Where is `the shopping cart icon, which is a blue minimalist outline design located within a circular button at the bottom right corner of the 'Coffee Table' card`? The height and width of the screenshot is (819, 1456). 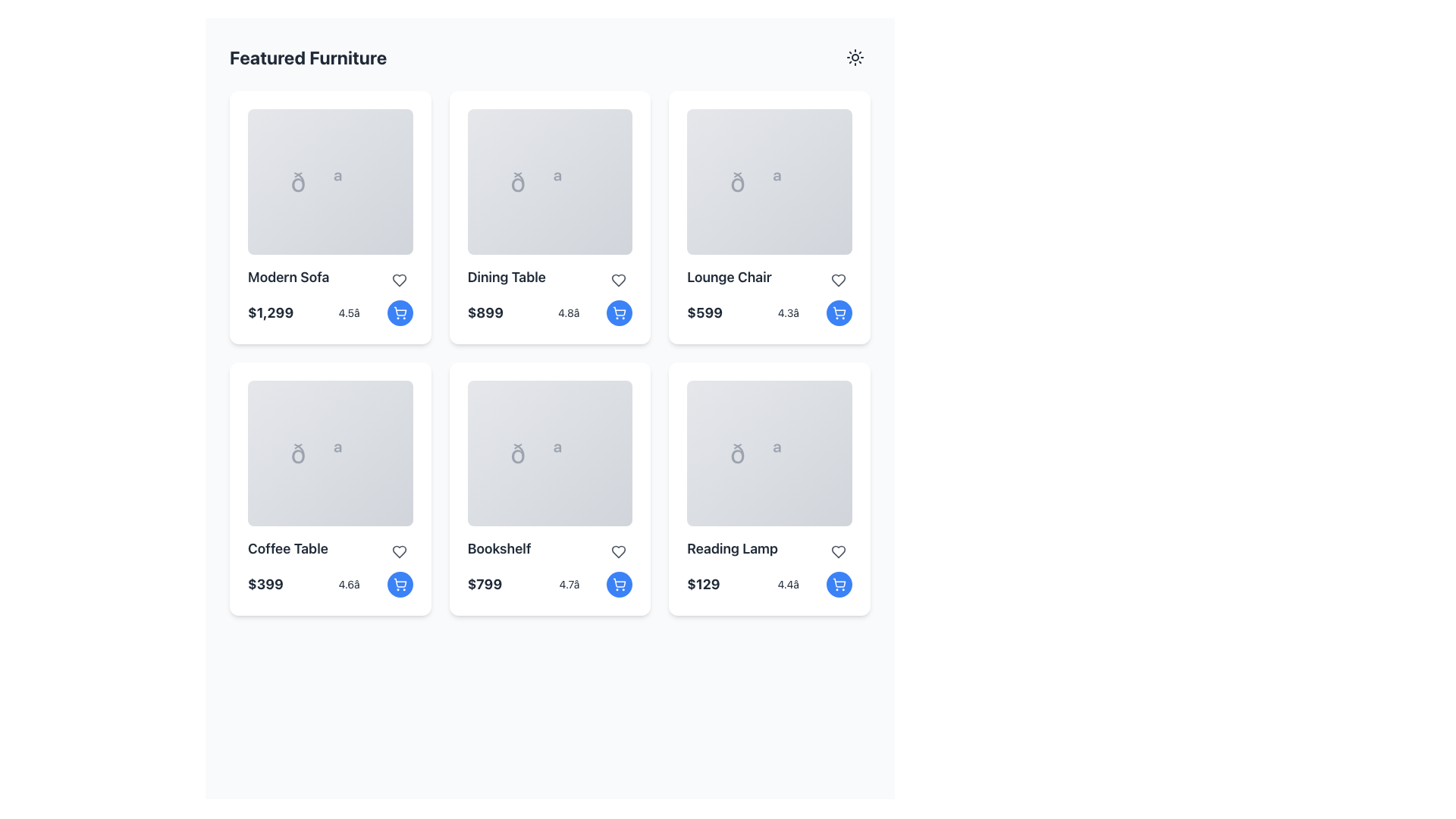
the shopping cart icon, which is a blue minimalist outline design located within a circular button at the bottom right corner of the 'Coffee Table' card is located at coordinates (400, 582).